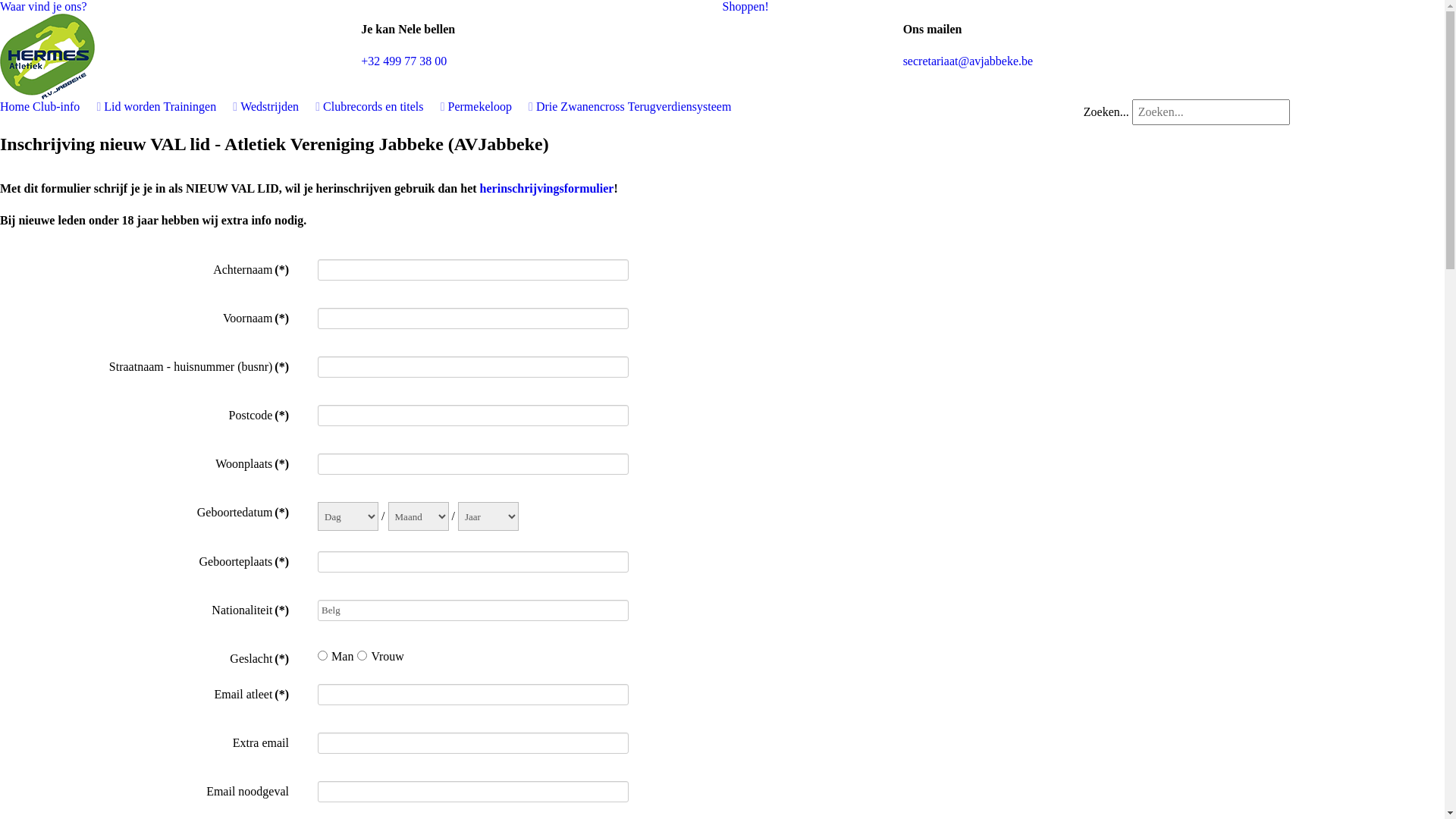 Image resolution: width=1456 pixels, height=819 pixels. Describe the element at coordinates (199, 105) in the screenshot. I see `'Trainingen'` at that location.